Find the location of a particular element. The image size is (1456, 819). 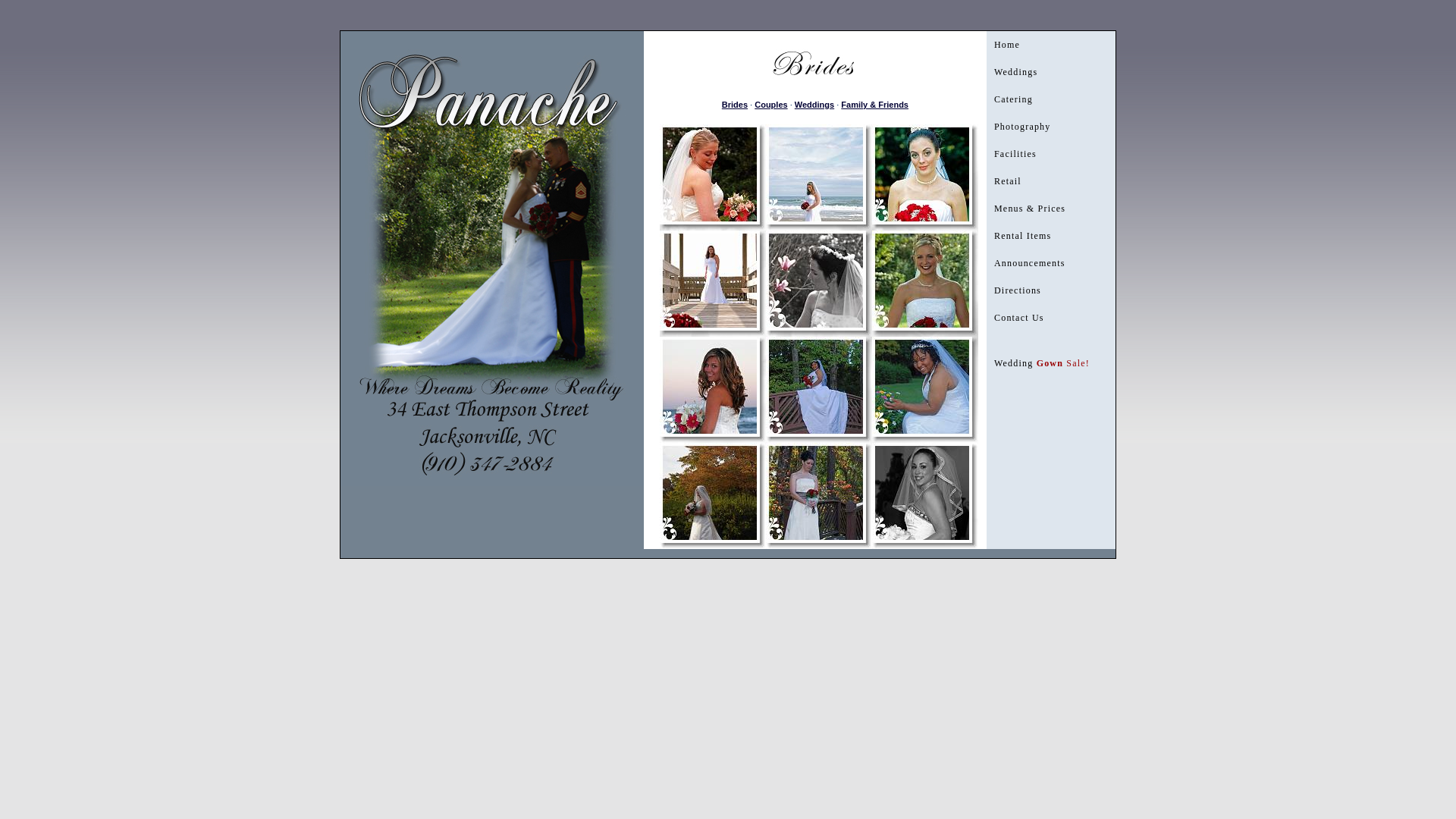

'Announcements' is located at coordinates (986, 262).